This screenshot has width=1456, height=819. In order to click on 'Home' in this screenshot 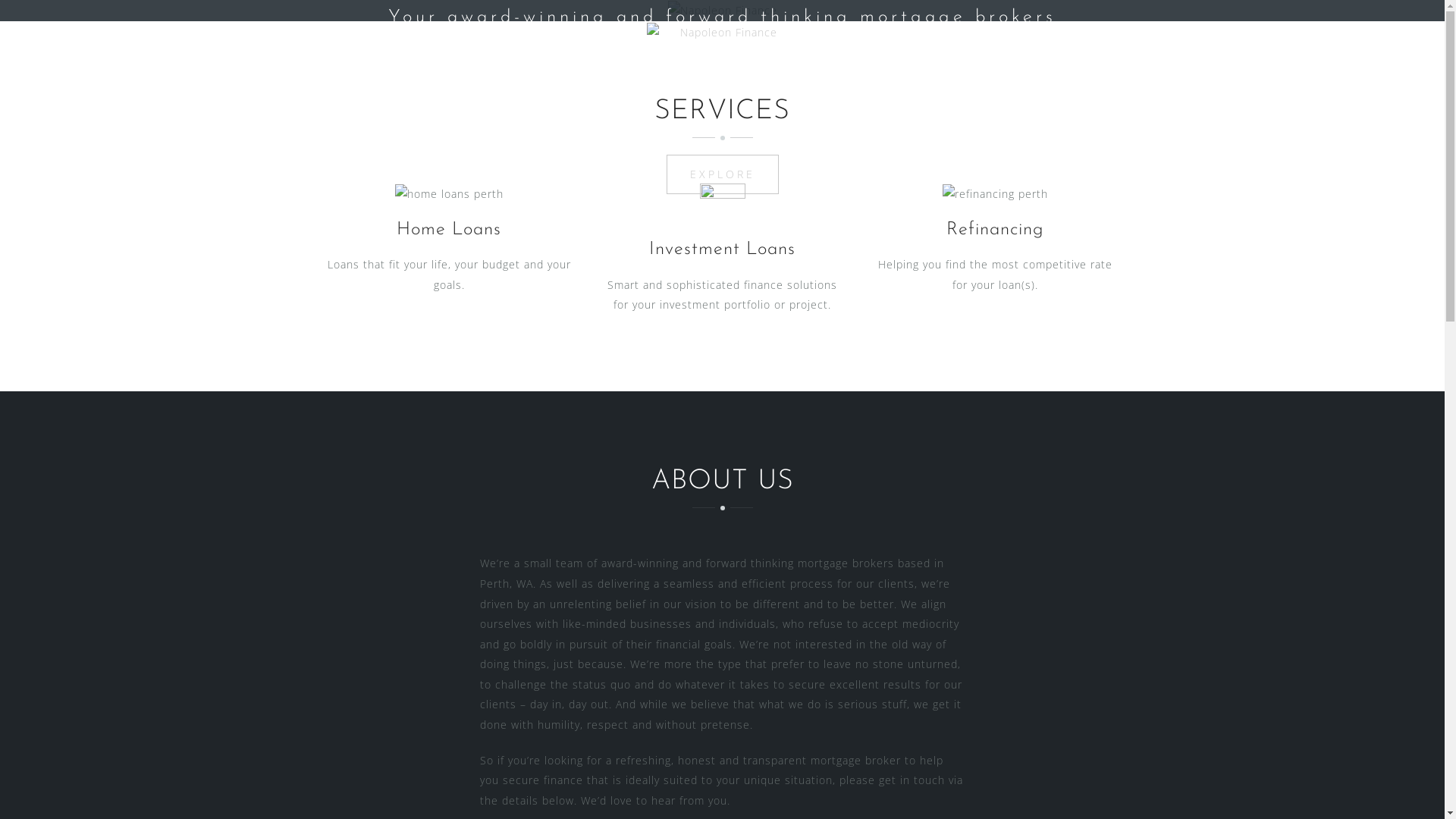, I will do `click(581, 79)`.